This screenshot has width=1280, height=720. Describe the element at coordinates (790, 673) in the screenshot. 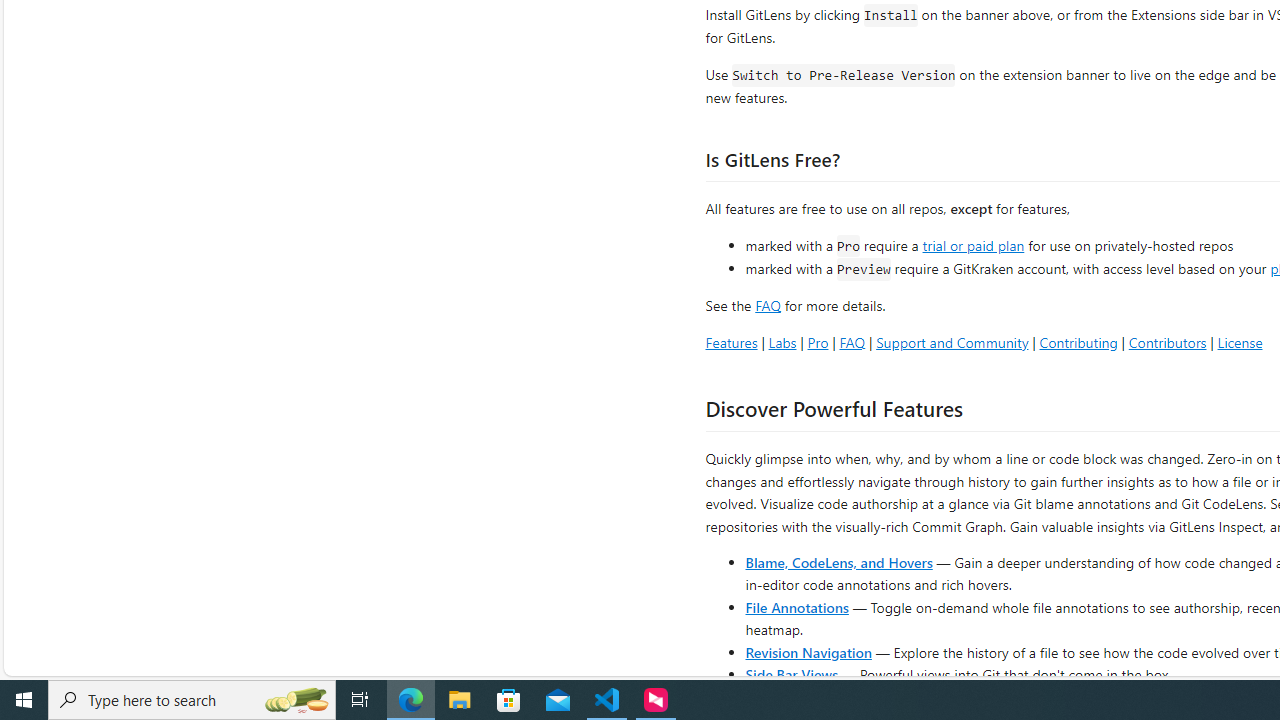

I see `'Side Bar Views'` at that location.